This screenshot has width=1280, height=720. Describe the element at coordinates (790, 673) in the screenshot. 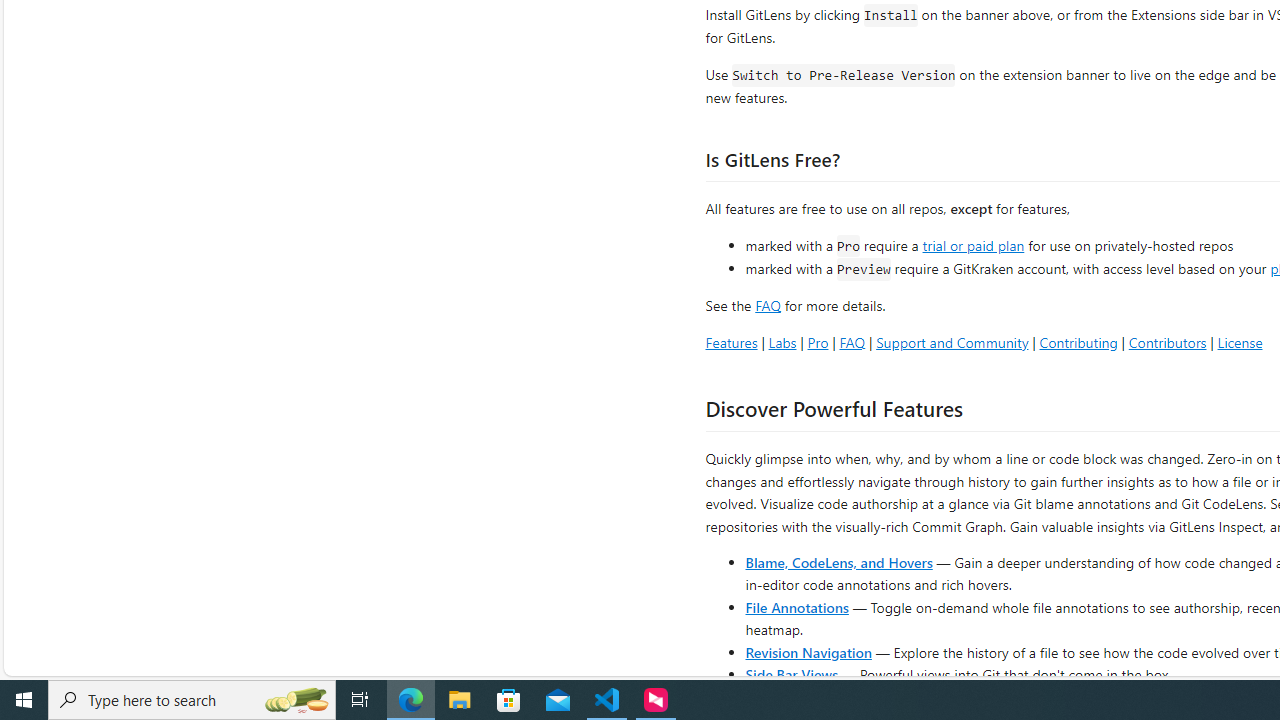

I see `'Side Bar Views'` at that location.